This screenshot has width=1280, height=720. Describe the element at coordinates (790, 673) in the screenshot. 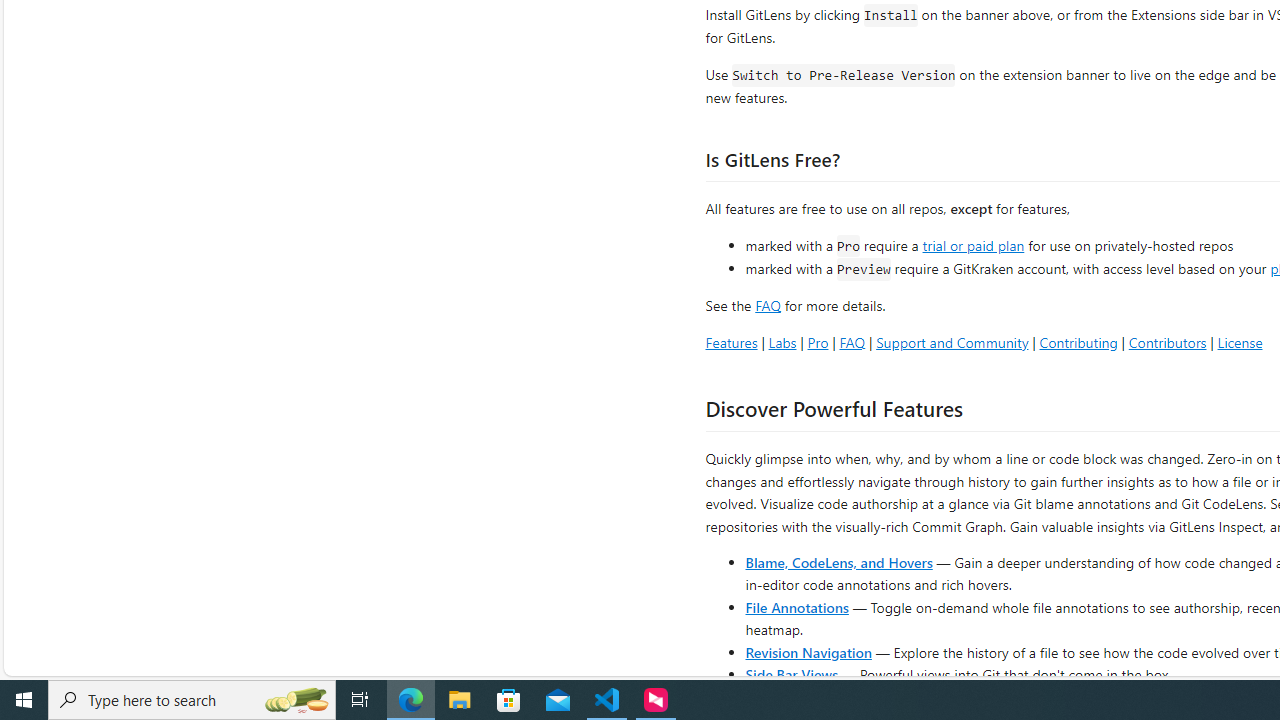

I see `'Side Bar Views'` at that location.